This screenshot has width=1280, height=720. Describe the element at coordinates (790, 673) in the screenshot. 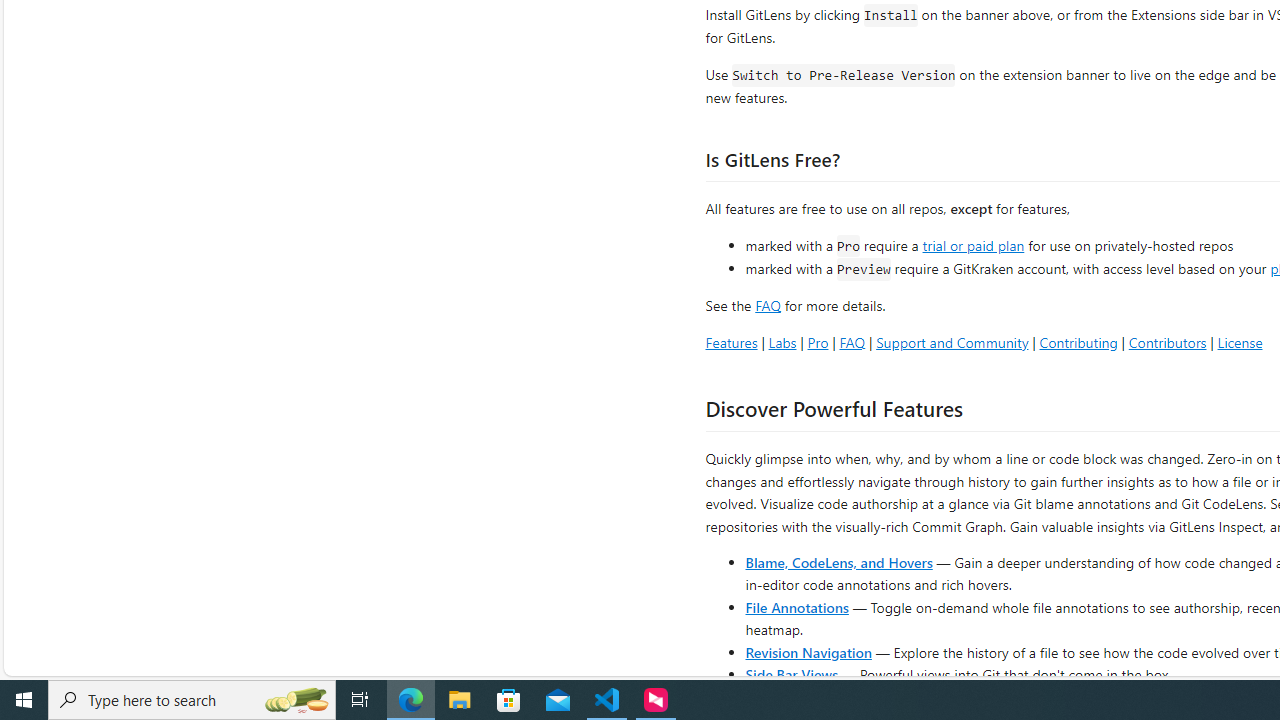

I see `'Side Bar Views'` at that location.